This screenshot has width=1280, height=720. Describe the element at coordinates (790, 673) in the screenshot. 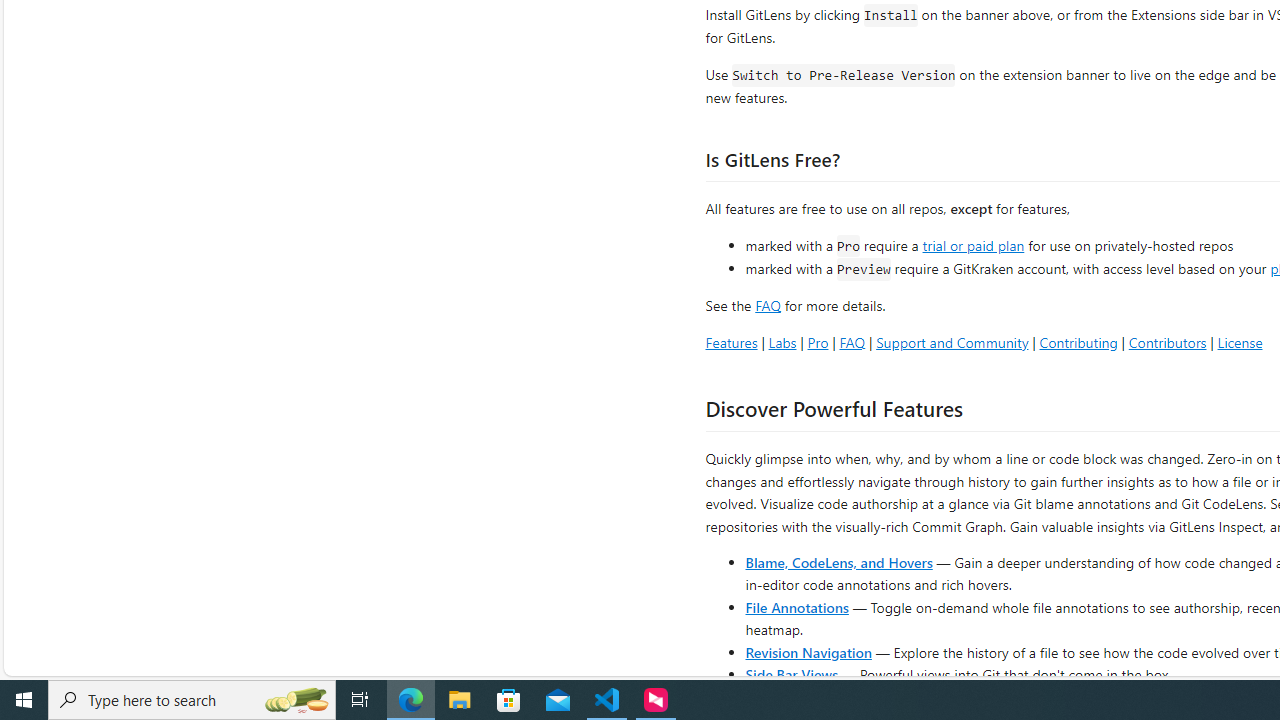

I see `'Side Bar Views'` at that location.